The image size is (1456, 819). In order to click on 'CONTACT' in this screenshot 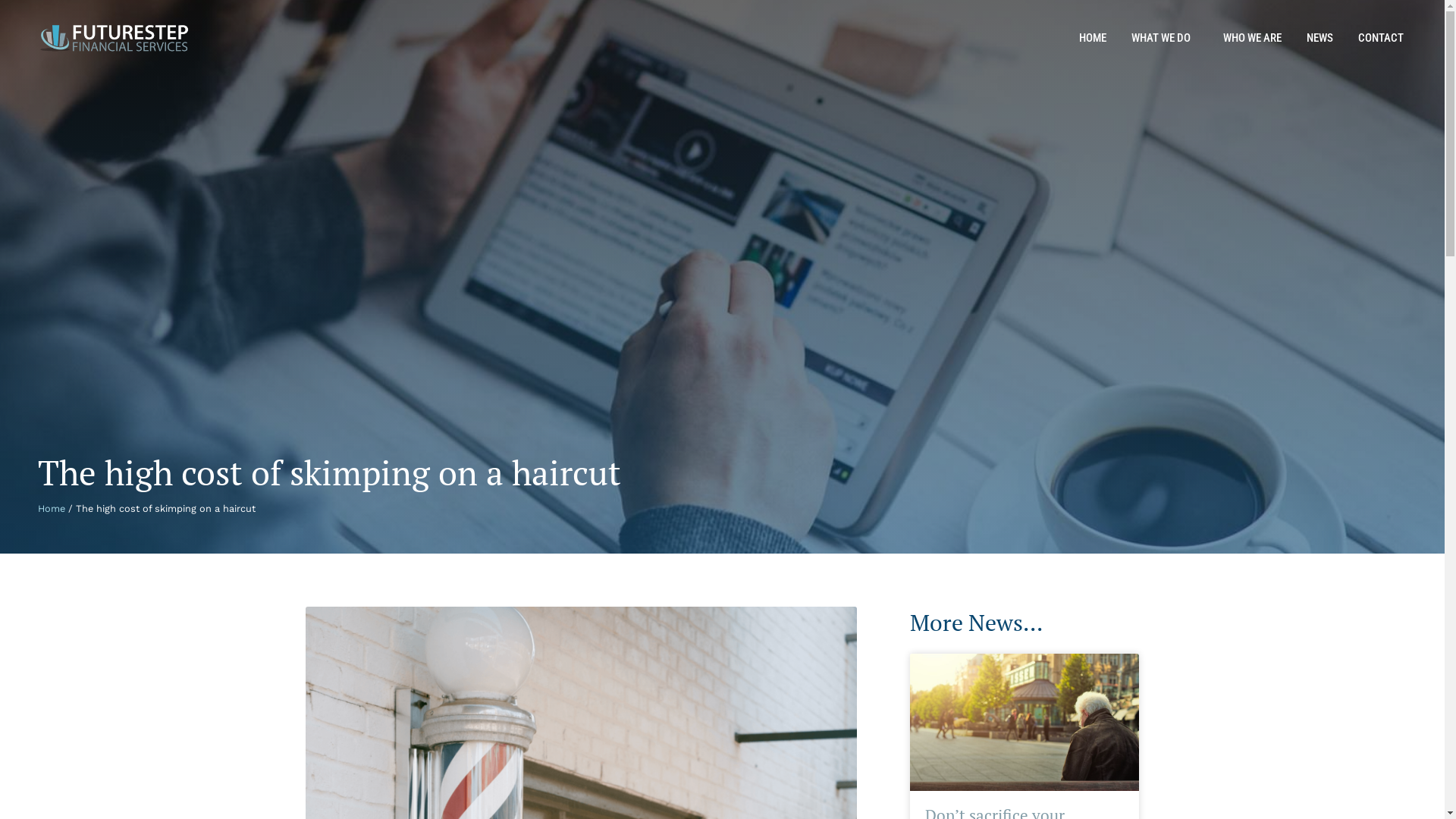, I will do `click(1380, 37)`.